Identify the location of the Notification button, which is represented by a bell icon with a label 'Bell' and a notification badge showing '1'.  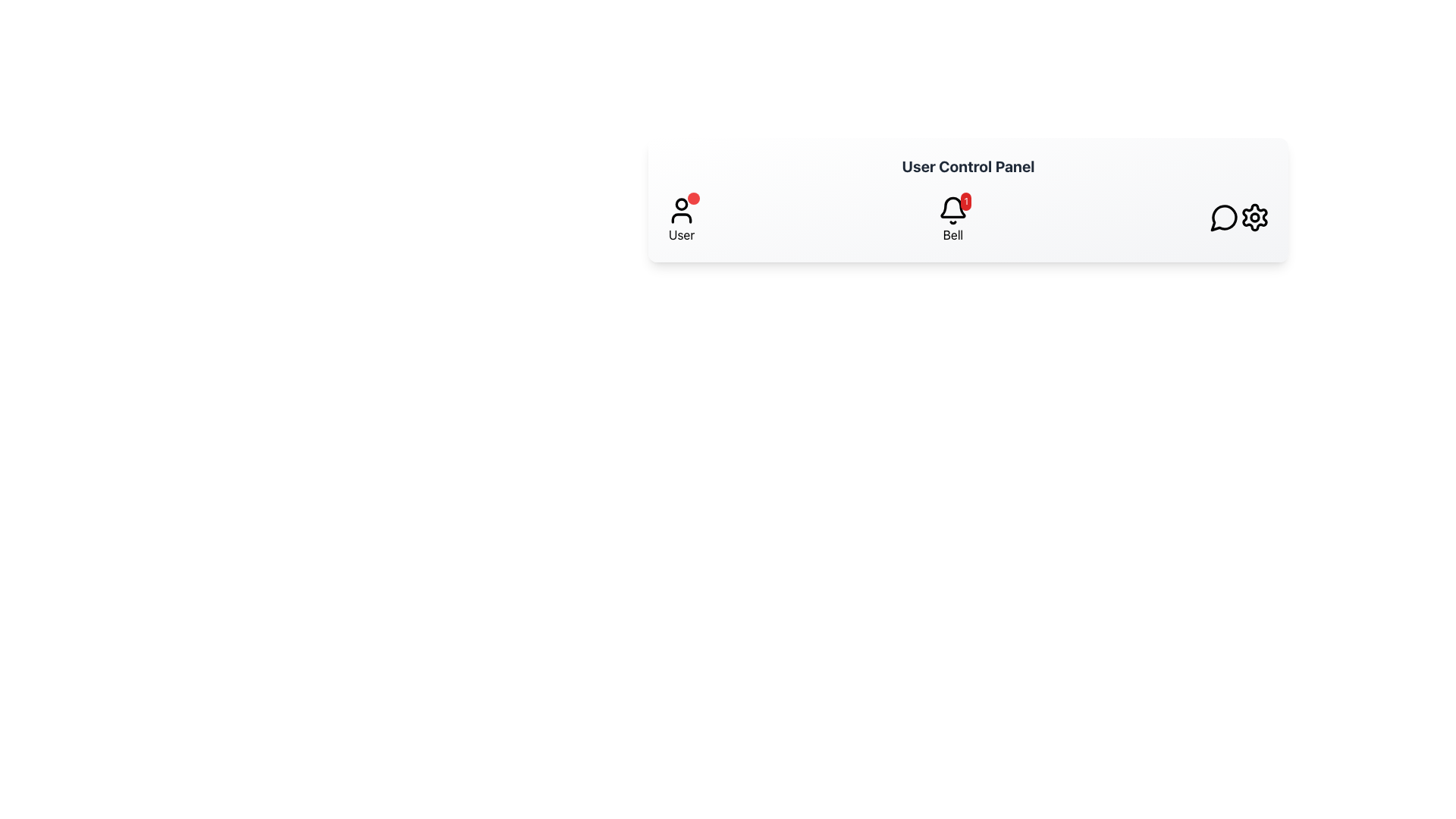
(952, 219).